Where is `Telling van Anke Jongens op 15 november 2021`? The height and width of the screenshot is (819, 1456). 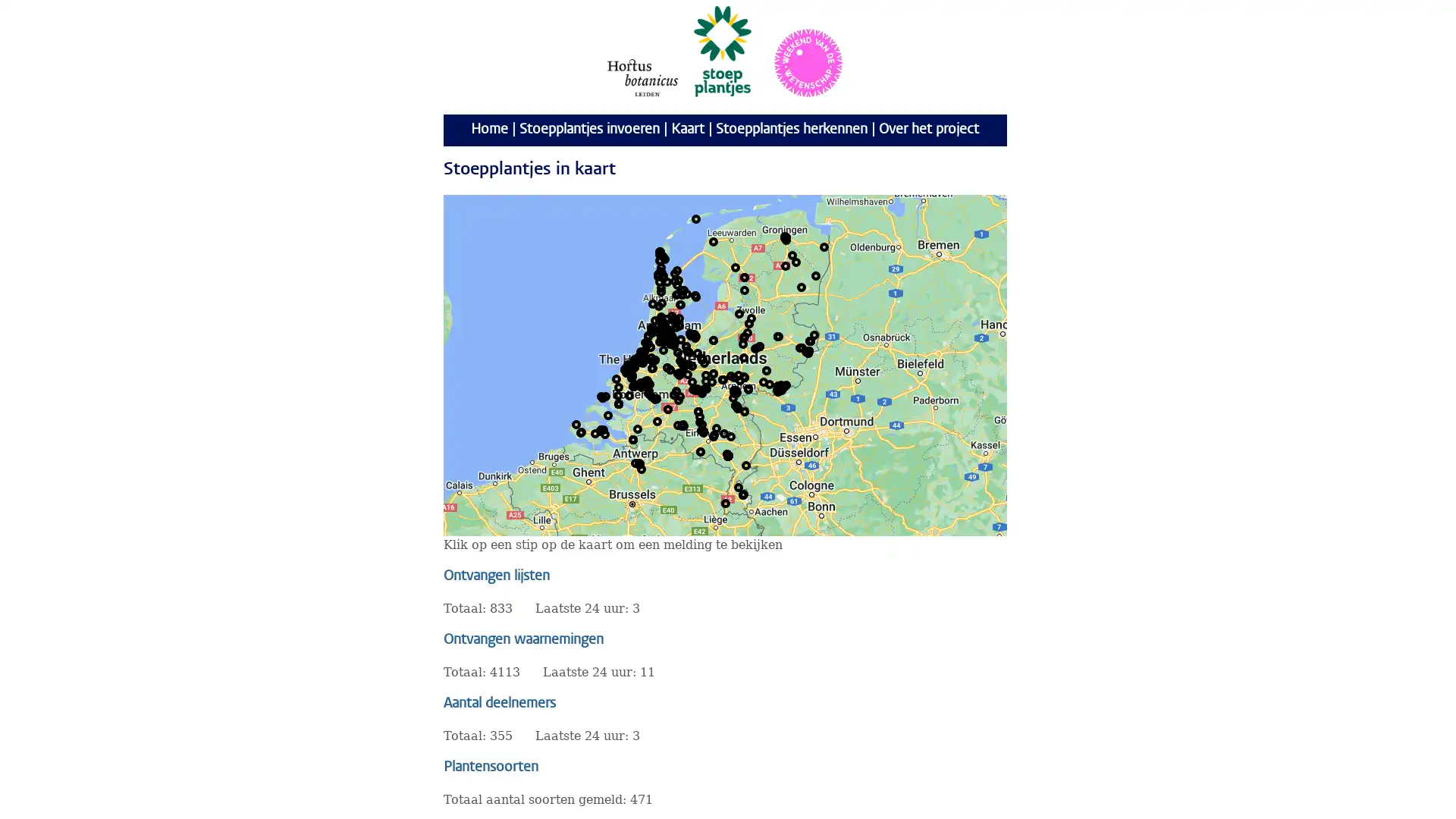 Telling van Anke Jongens op 15 november 2021 is located at coordinates (712, 338).